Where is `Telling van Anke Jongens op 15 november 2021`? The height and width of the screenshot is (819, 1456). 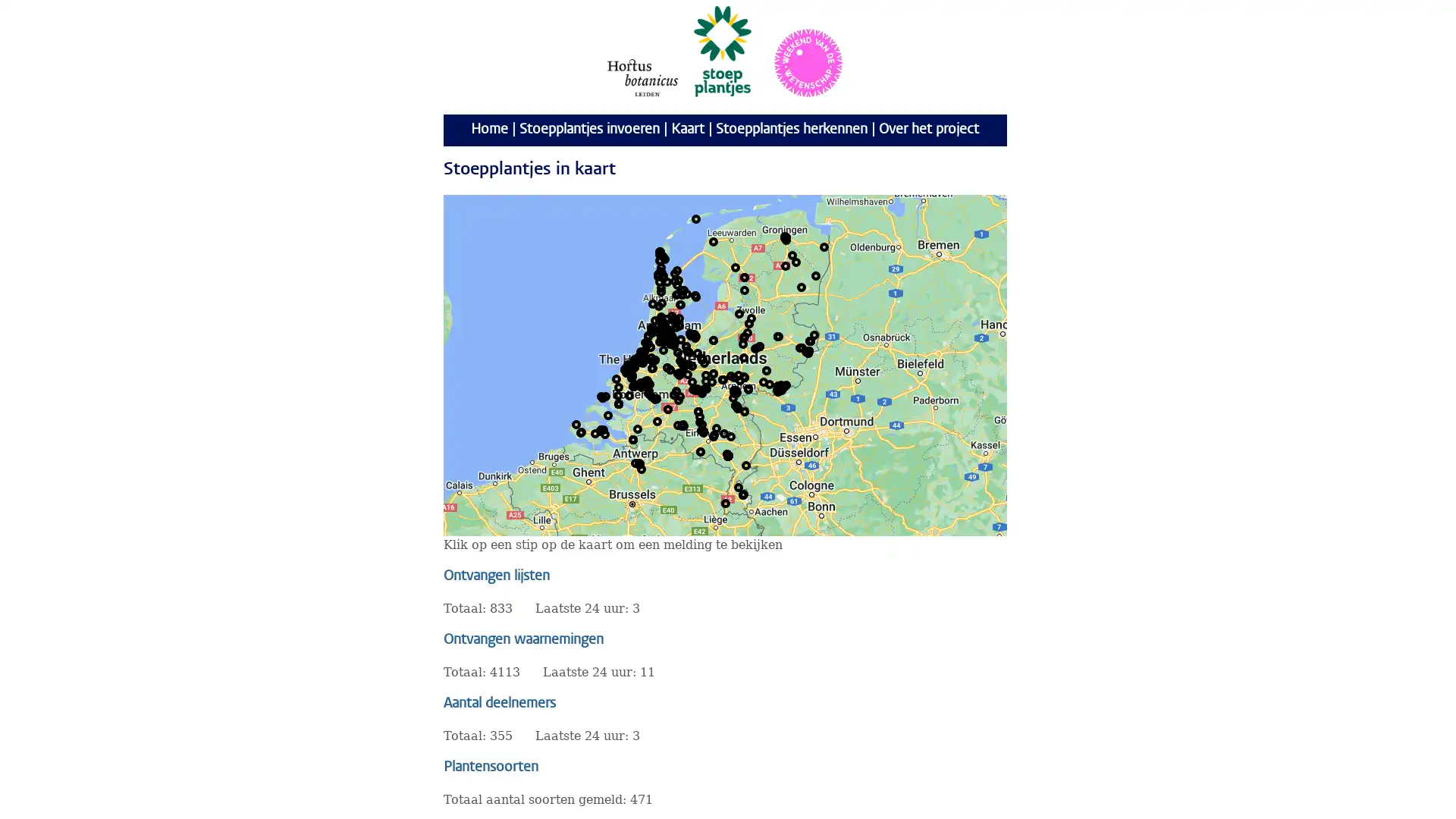 Telling van Anke Jongens op 15 november 2021 is located at coordinates (712, 338).